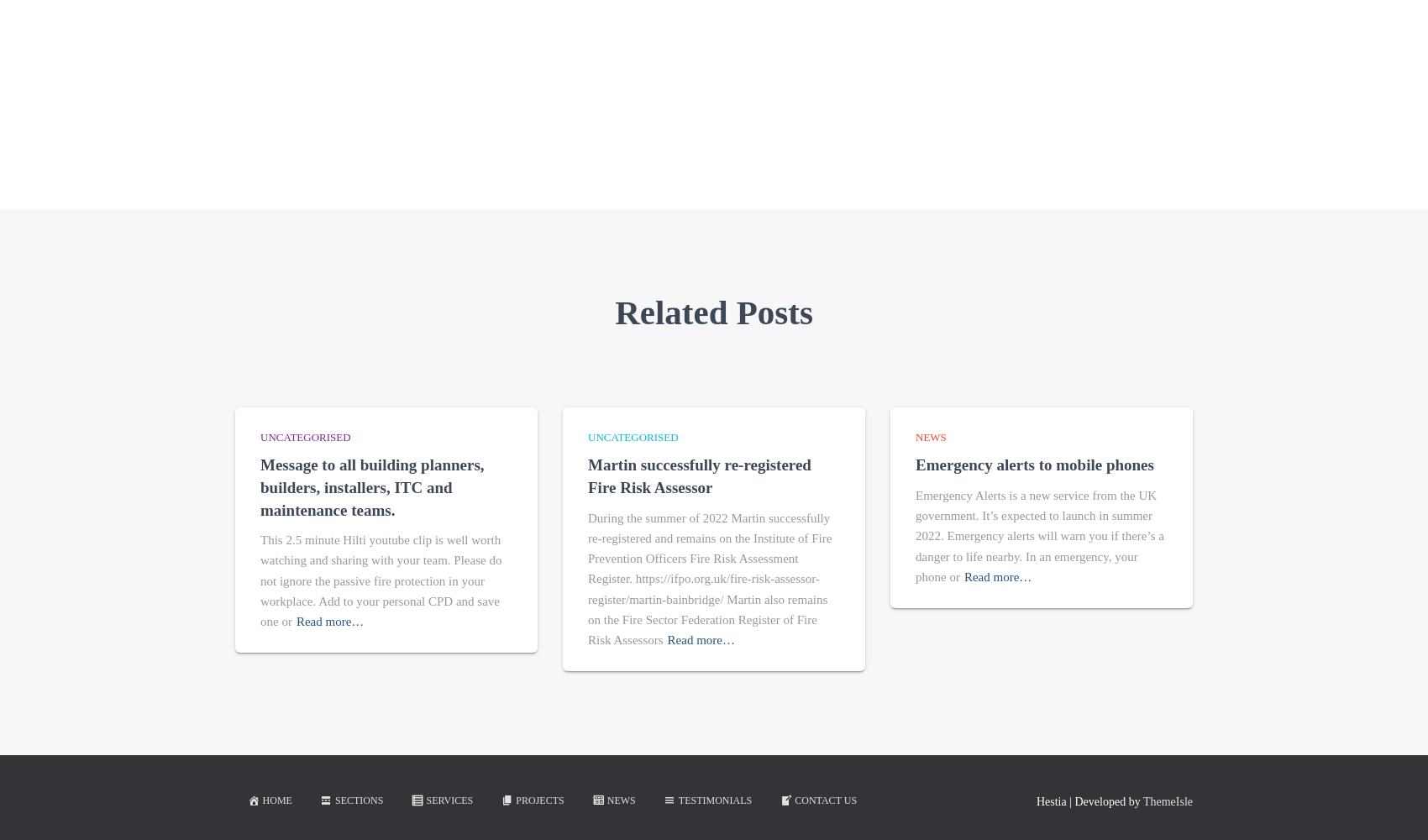 The width and height of the screenshot is (1428, 840). What do you see at coordinates (709, 578) in the screenshot?
I see `'During the summer of 2022 Martin successfully re-registered and remains on the Institute of Fire Prevention Officers Fire Risk Assessment Register. https://ifpo.org.uk/fire-risk-assessor-register/martin-bainbridge/ Martin also remains on the Fire Sector Federation Register of Fire Risk Assessors'` at bounding box center [709, 578].